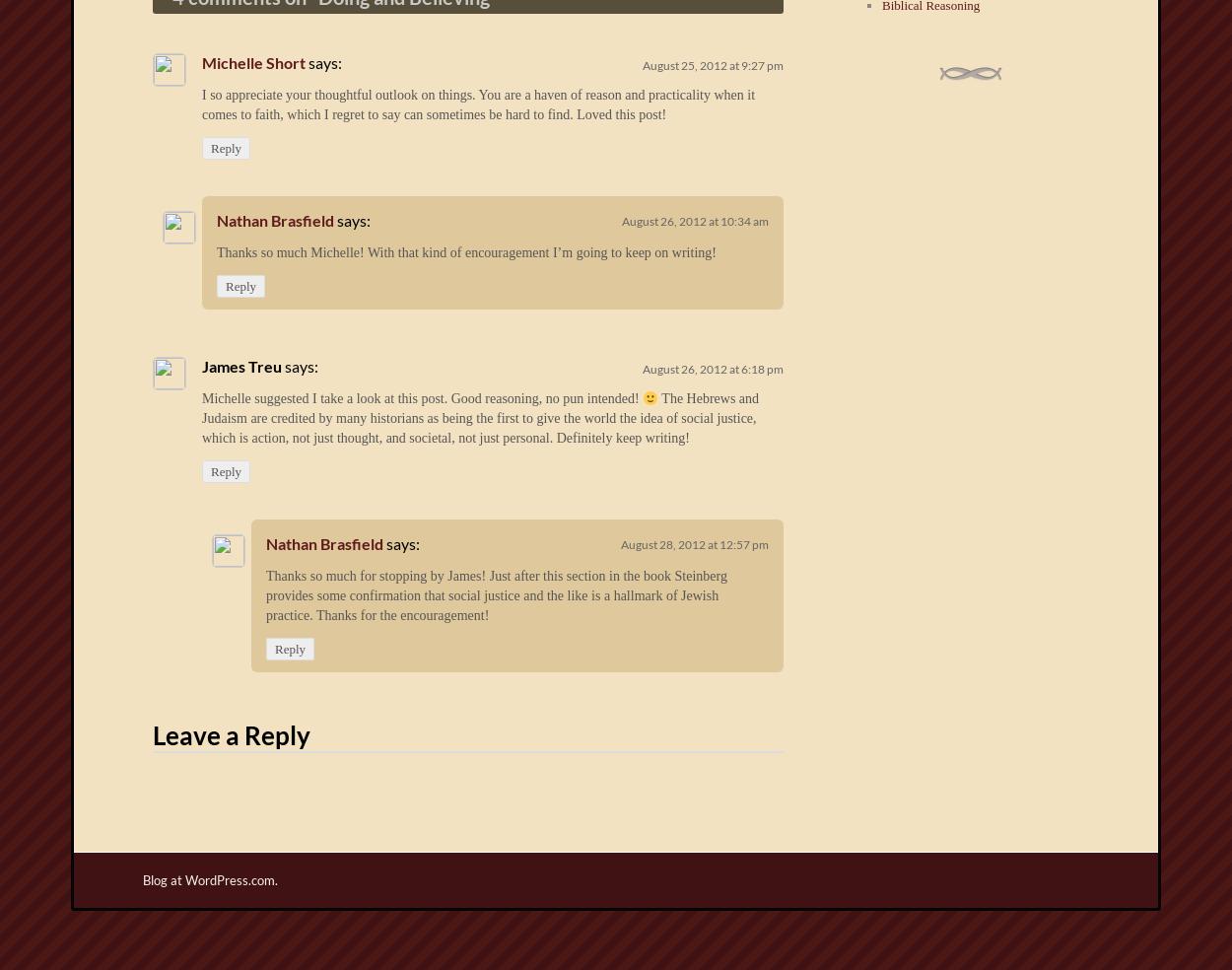  Describe the element at coordinates (201, 418) in the screenshot. I see `'The Hebrews and Judaism are credited by many historians as being the first to give the world the idea of social justice, which is action, not just thought, and societal, not just personal. Definitely keep writing!'` at that location.